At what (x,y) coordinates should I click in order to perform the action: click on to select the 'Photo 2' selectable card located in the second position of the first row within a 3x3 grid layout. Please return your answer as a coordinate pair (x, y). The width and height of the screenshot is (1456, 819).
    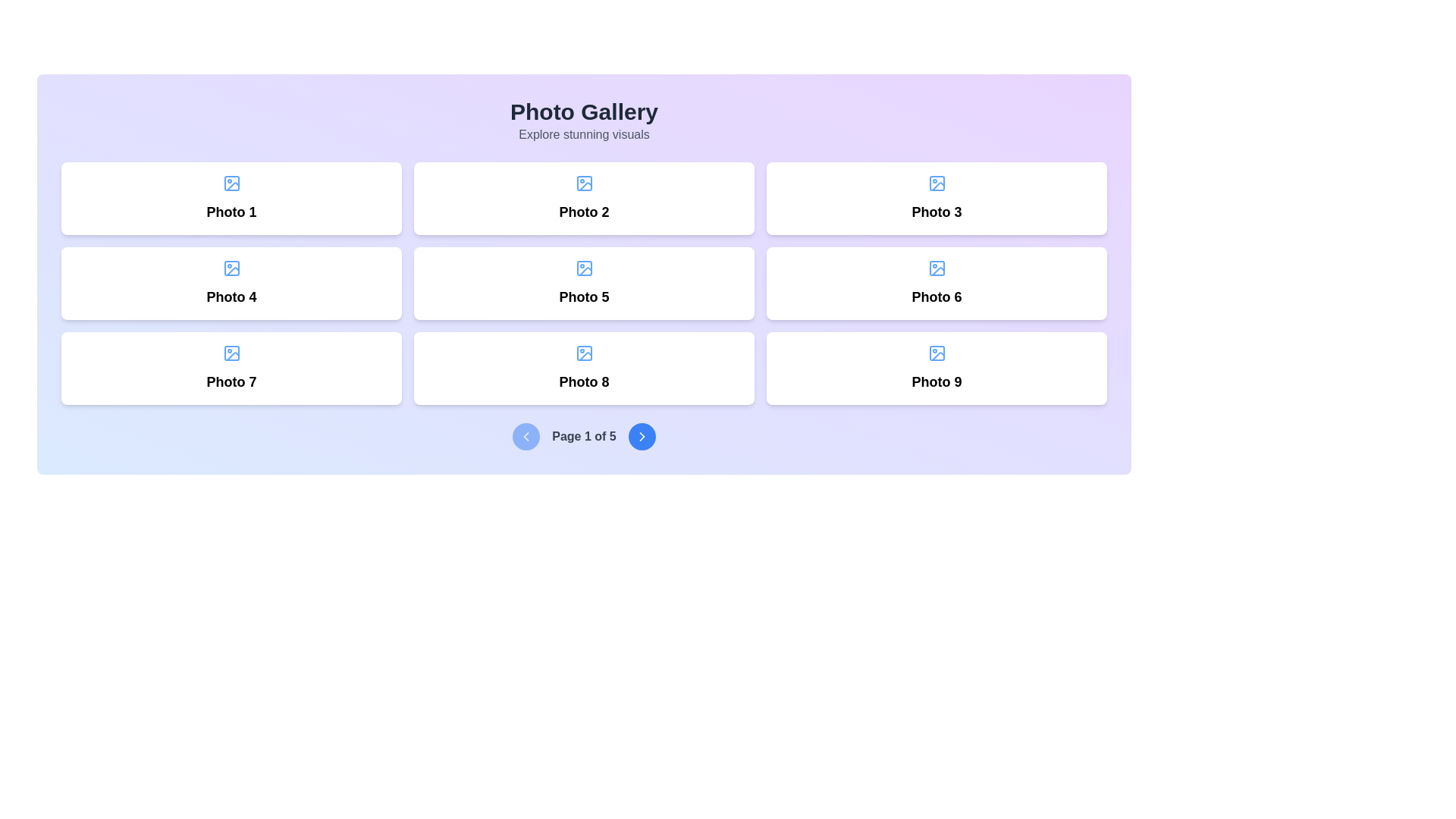
    Looking at the image, I should click on (583, 198).